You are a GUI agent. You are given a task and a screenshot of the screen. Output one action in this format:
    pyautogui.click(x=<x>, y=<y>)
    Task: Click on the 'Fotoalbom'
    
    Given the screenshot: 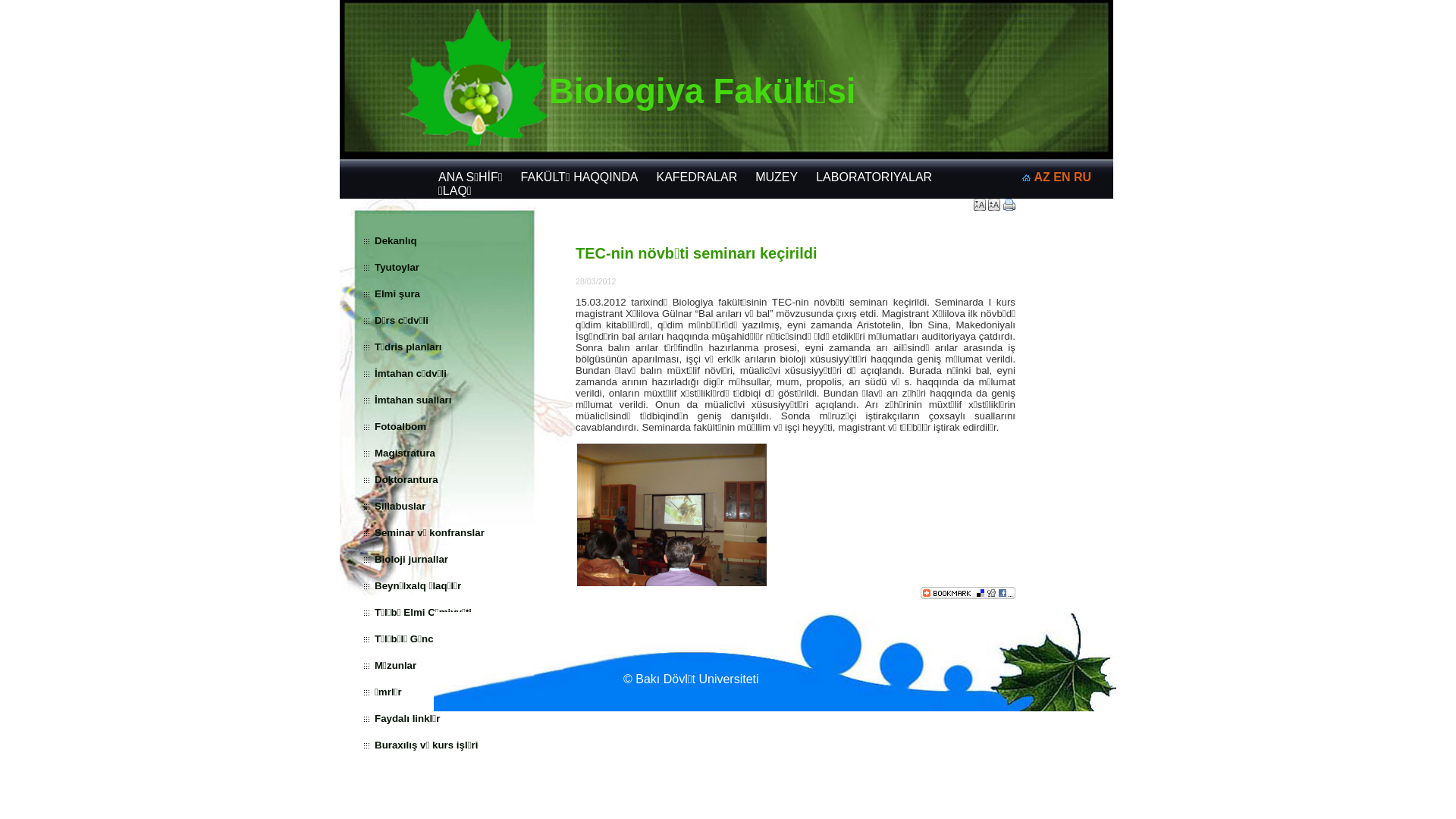 What is the action you would take?
    pyautogui.click(x=400, y=426)
    